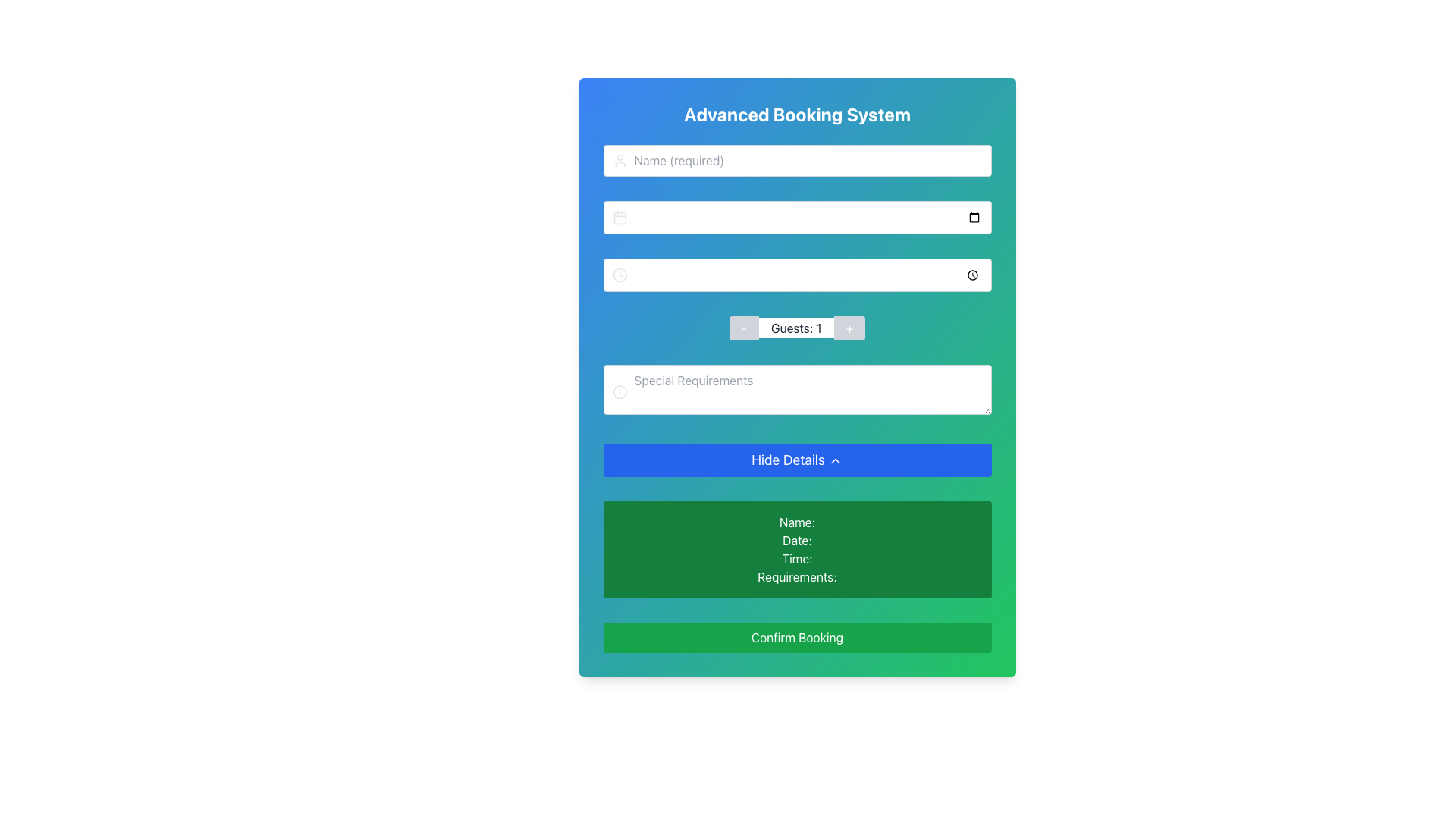  I want to click on the leftmost button in the guest count control group to decrease the guest count, so click(744, 327).